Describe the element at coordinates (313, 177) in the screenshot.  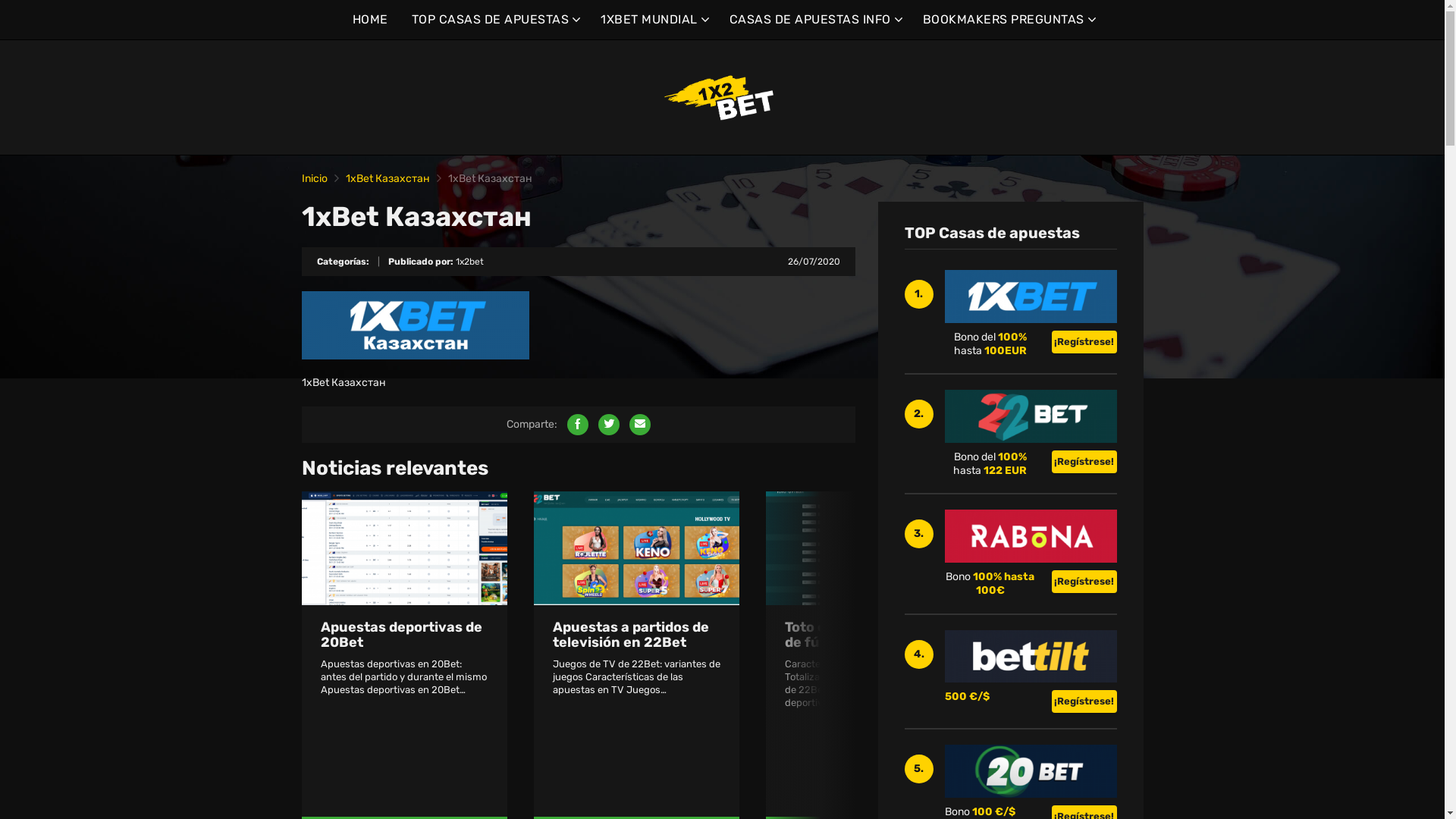
I see `'Inicio'` at that location.